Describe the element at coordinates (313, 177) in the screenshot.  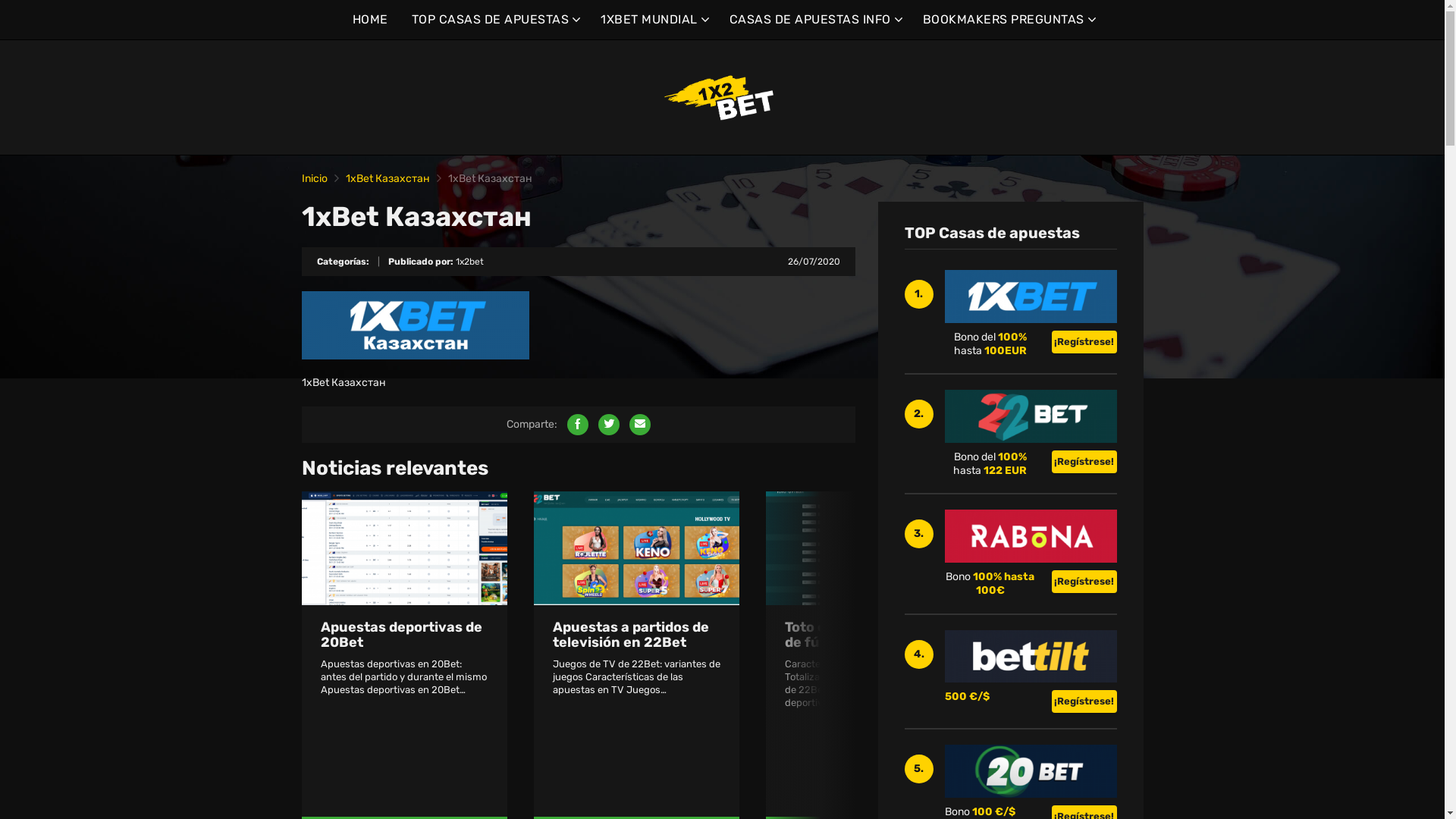
I see `'Inicio'` at that location.